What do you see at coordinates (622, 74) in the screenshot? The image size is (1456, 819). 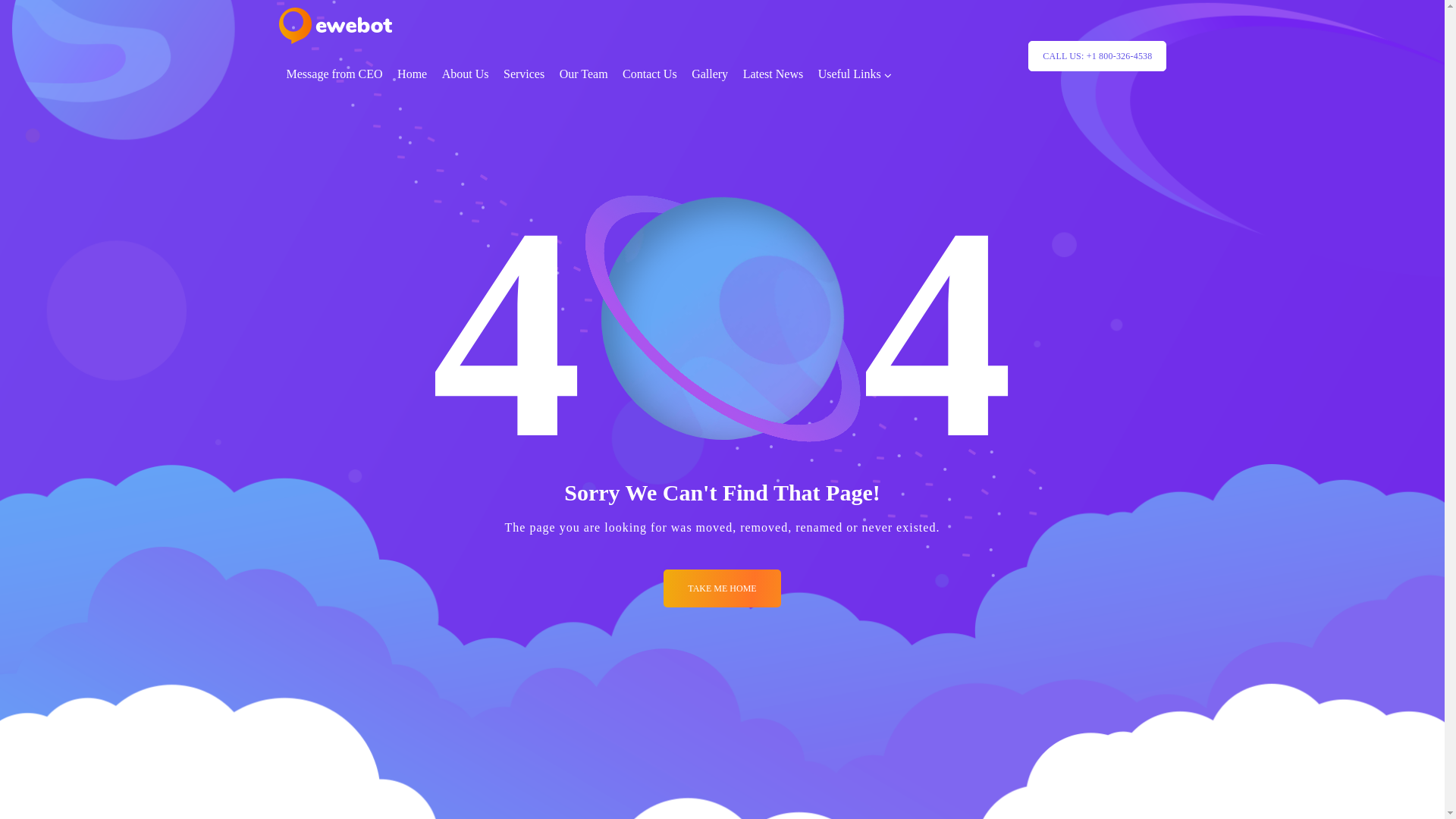 I see `'Contact Us'` at bounding box center [622, 74].